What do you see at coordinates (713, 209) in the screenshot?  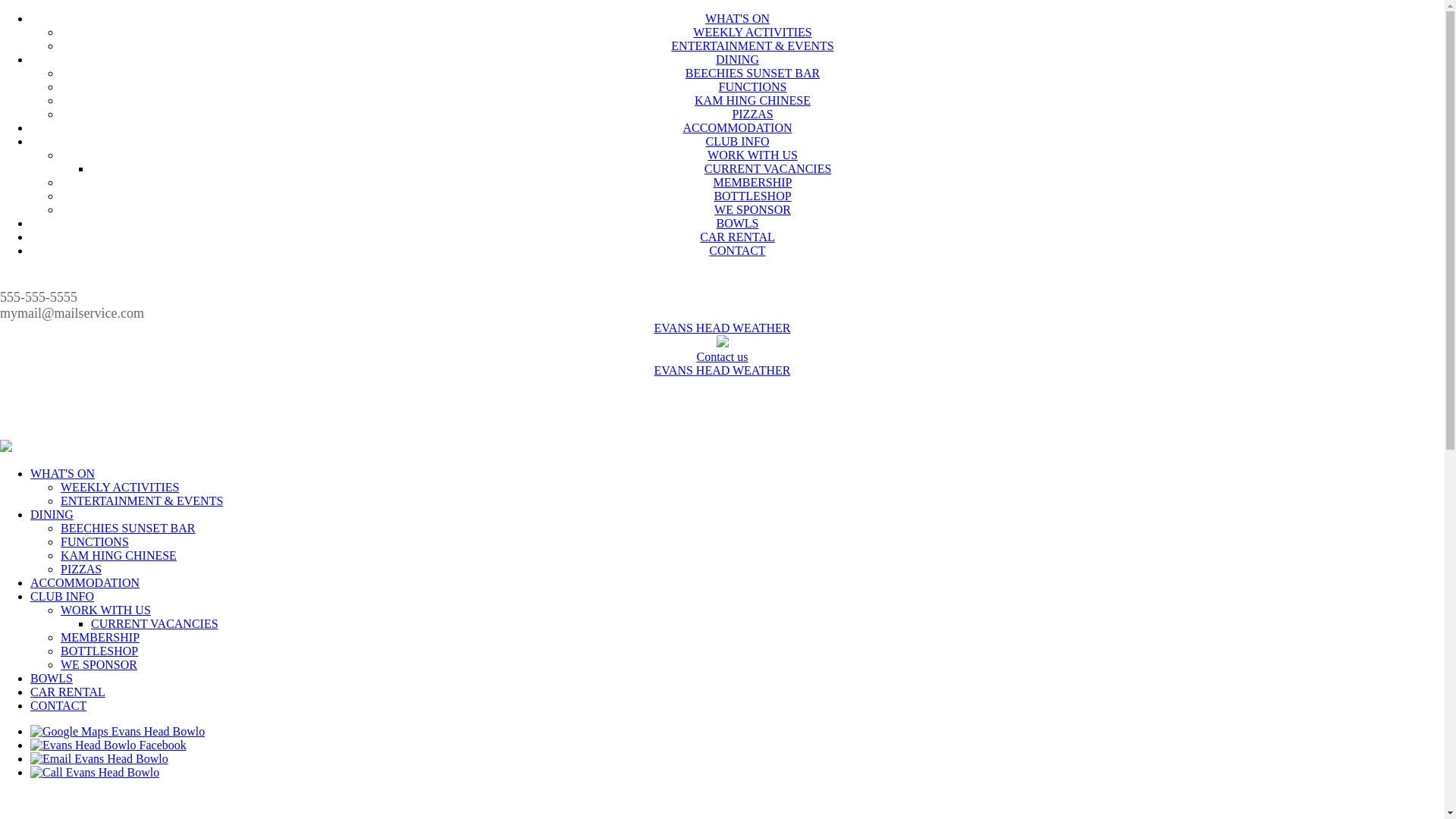 I see `'WE SPONSOR'` at bounding box center [713, 209].